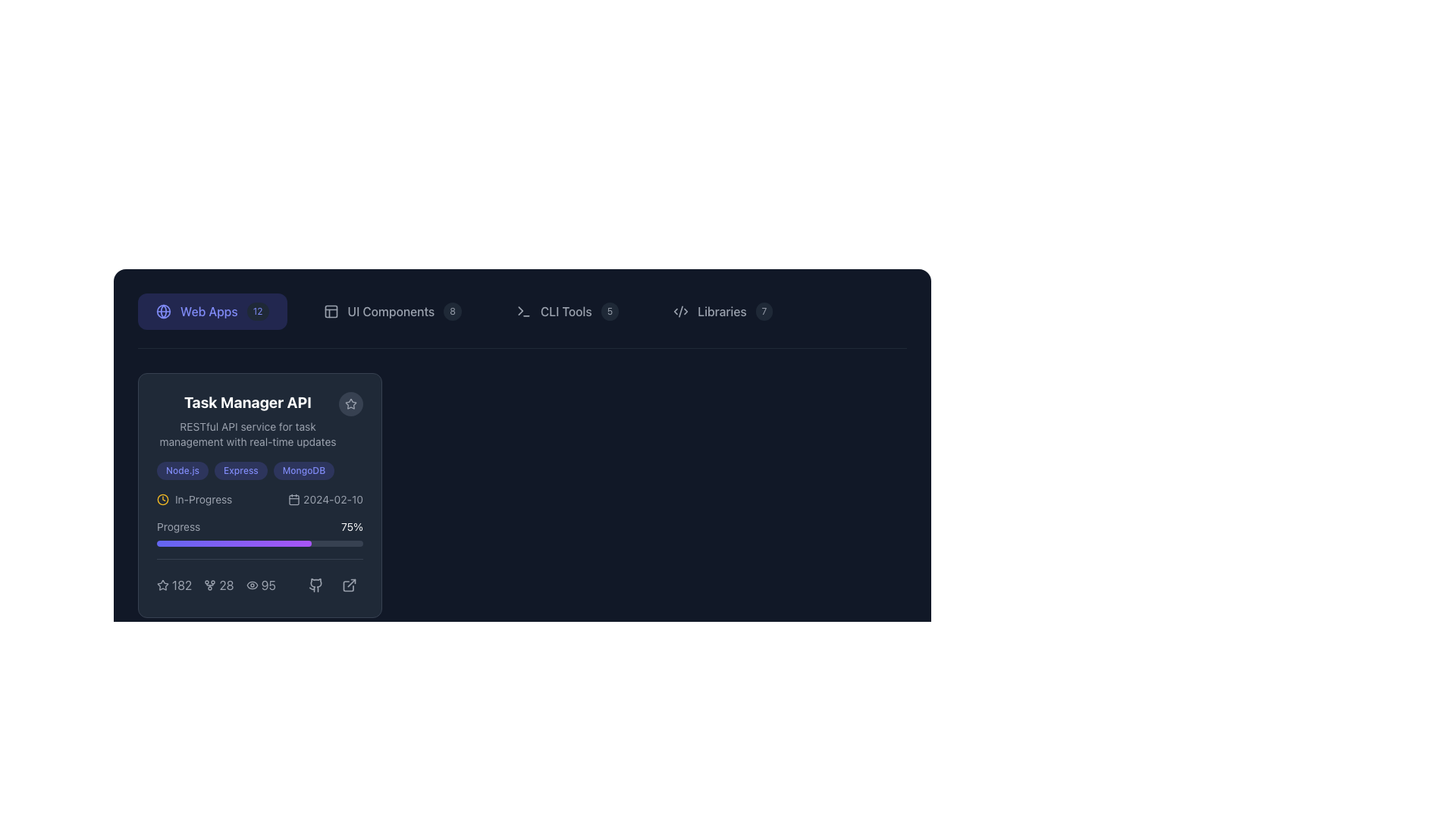  Describe the element at coordinates (680, 311) in the screenshot. I see `the XML code icon in the navigation menu labeled 'Libraries', which is the fourth option and is styled in light gray with rounded strokes` at that location.